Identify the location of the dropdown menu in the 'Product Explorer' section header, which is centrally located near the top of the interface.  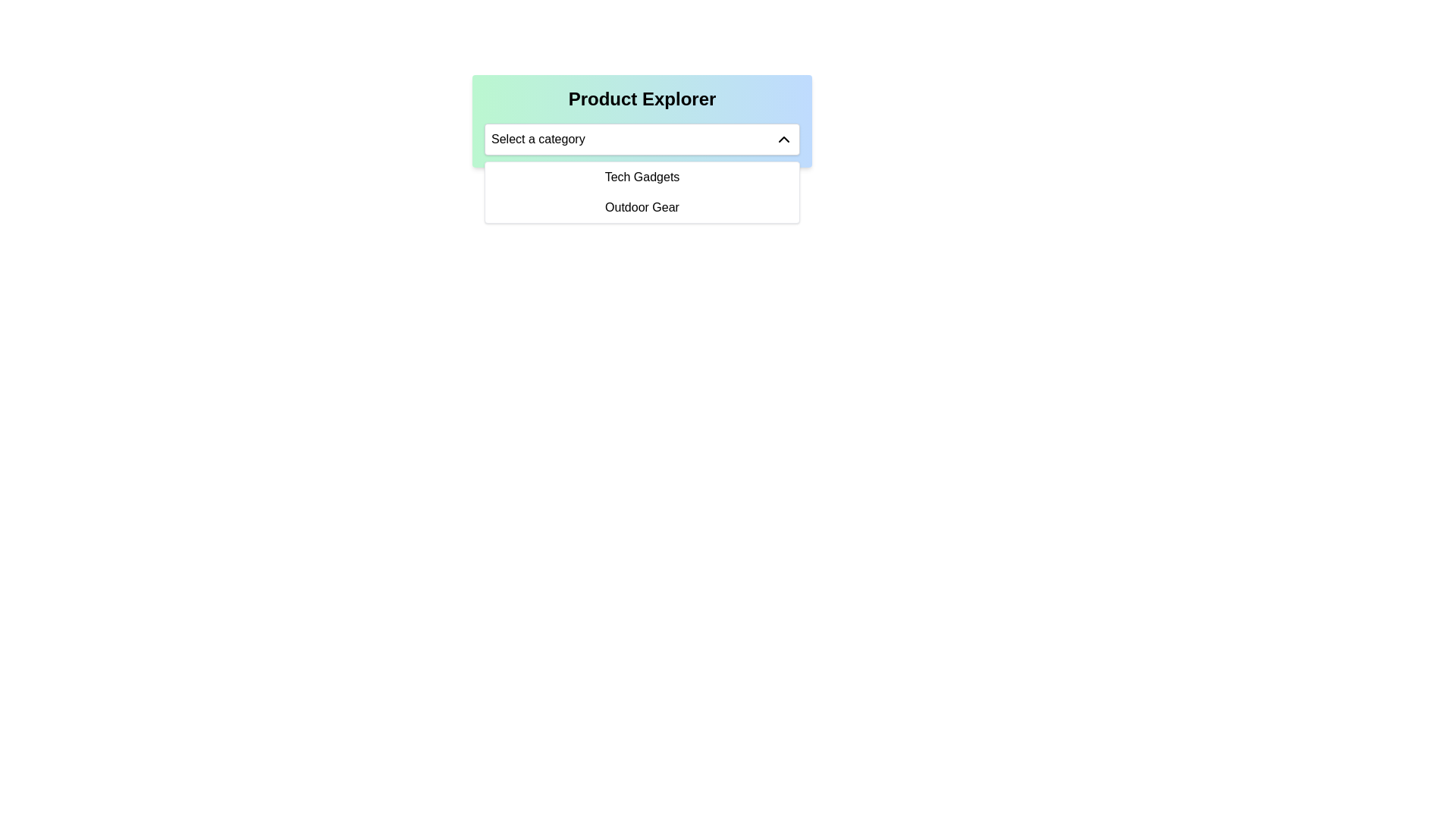
(642, 120).